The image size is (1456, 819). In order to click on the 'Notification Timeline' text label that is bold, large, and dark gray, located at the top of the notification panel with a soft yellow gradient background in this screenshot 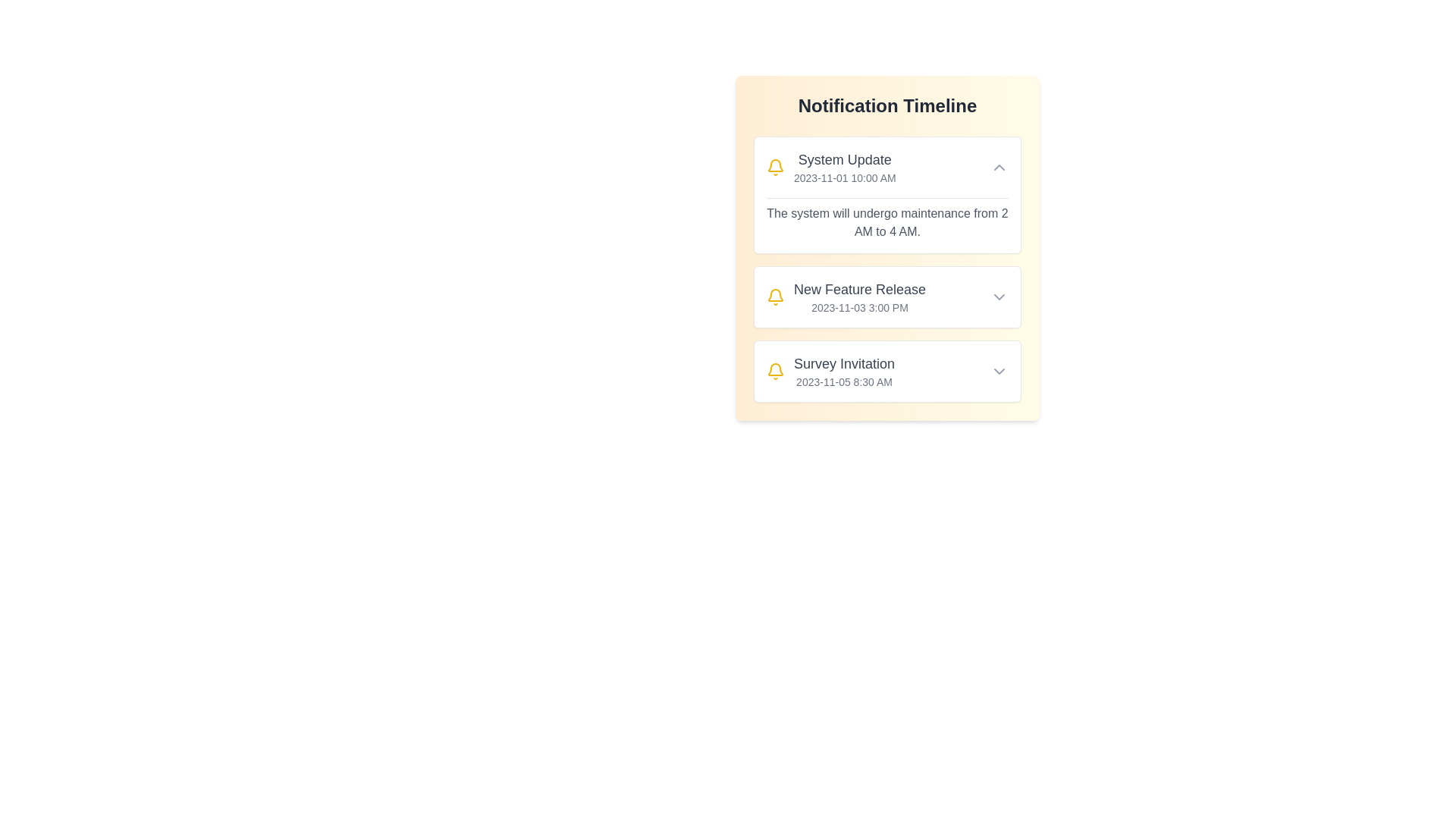, I will do `click(887, 105)`.